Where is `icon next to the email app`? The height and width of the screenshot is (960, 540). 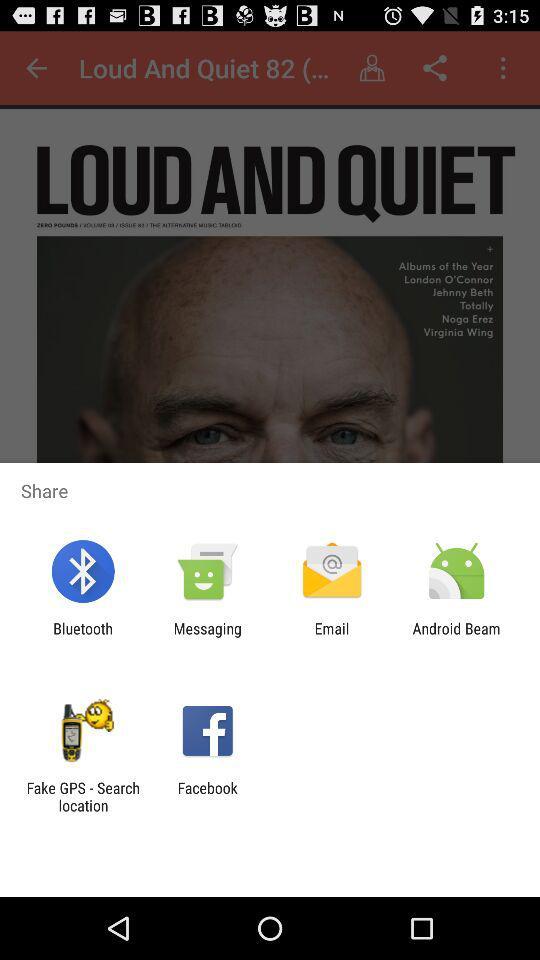
icon next to the email app is located at coordinates (456, 636).